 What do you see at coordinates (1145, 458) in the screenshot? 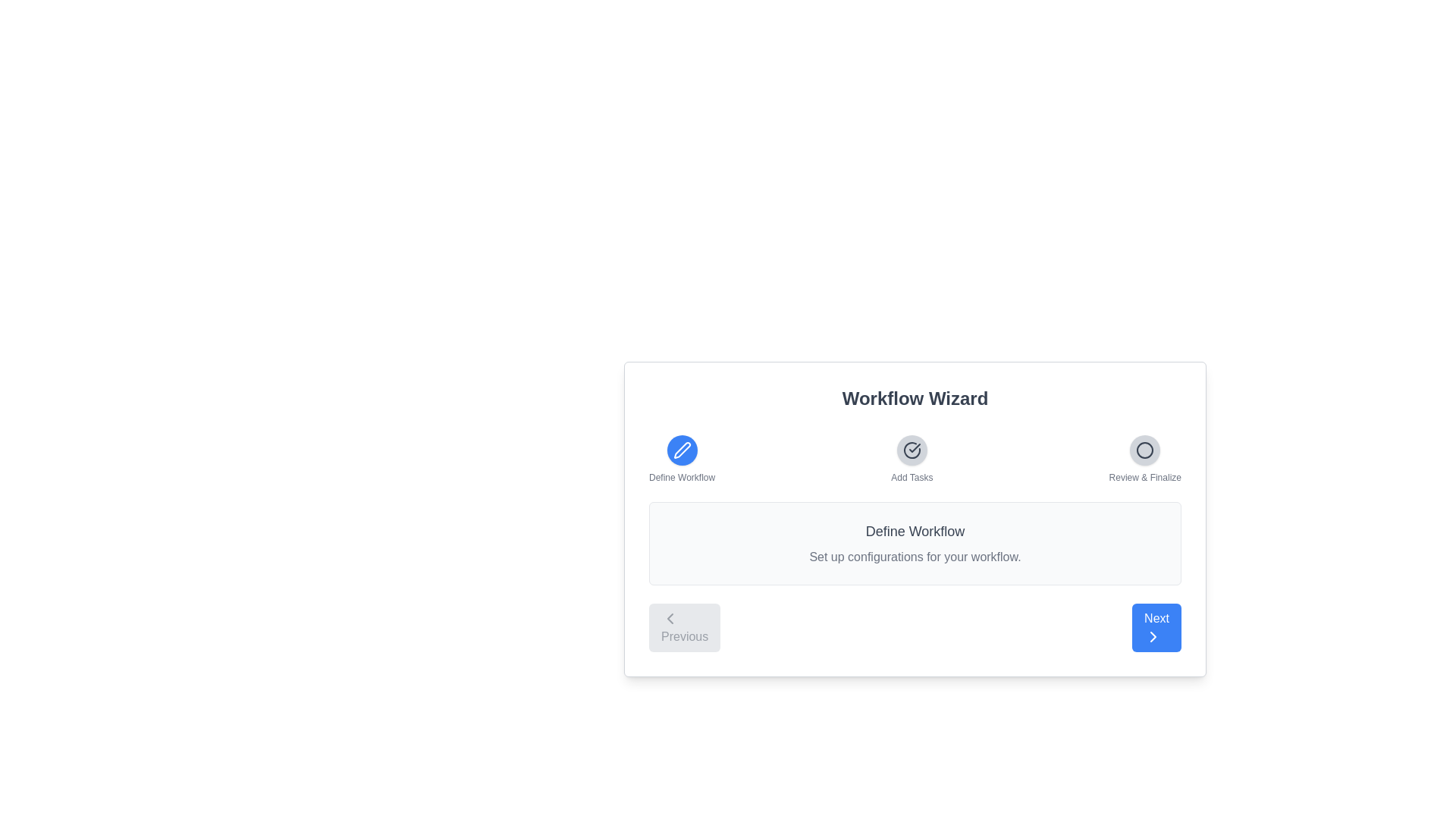
I see `the 'Review & Finalize' static infographic in the 'Workflow Wizard' step navigation component, which indicates the final step of the process` at bounding box center [1145, 458].